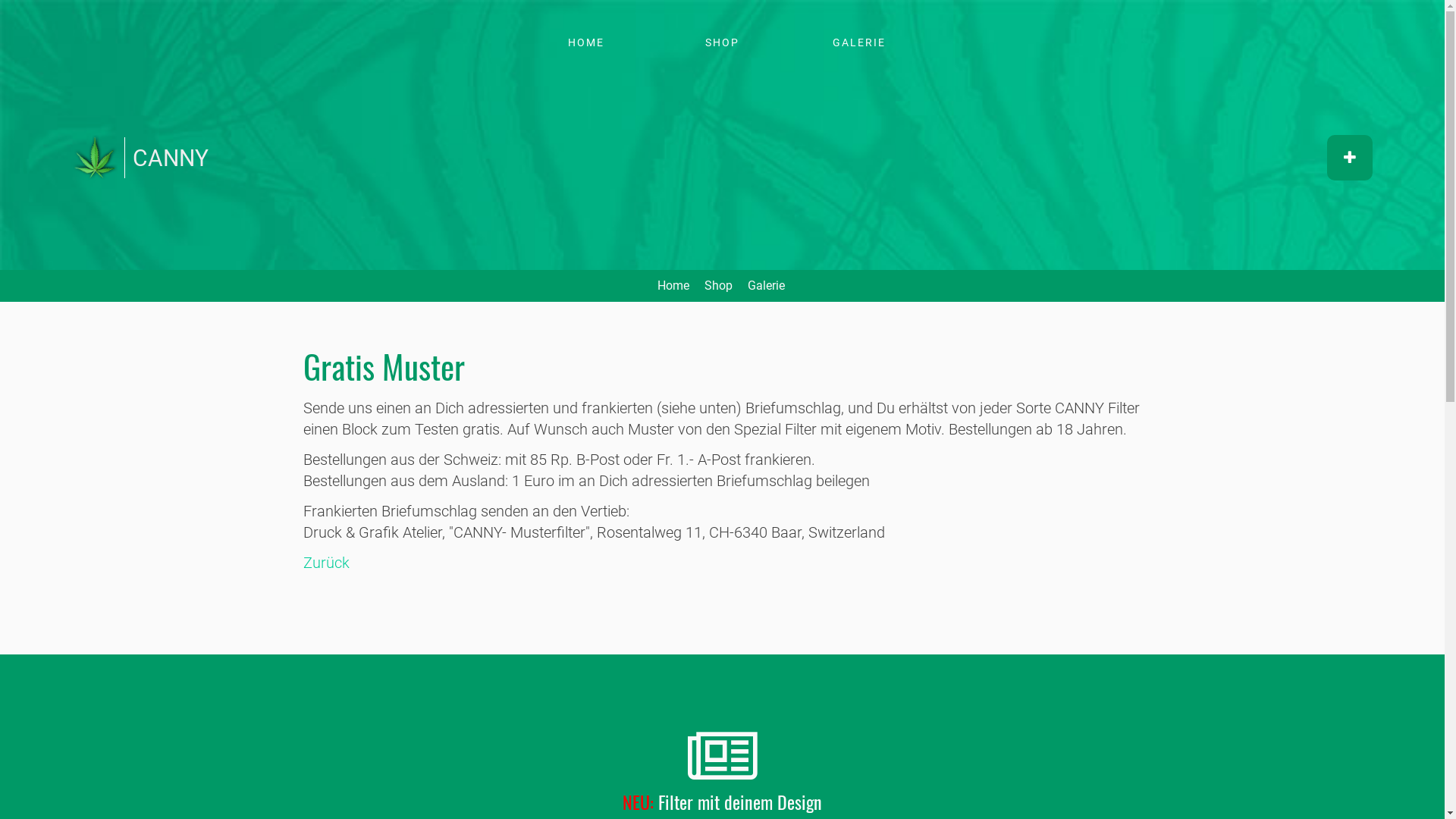 The width and height of the screenshot is (1456, 819). I want to click on 'Home', so click(71, 165).